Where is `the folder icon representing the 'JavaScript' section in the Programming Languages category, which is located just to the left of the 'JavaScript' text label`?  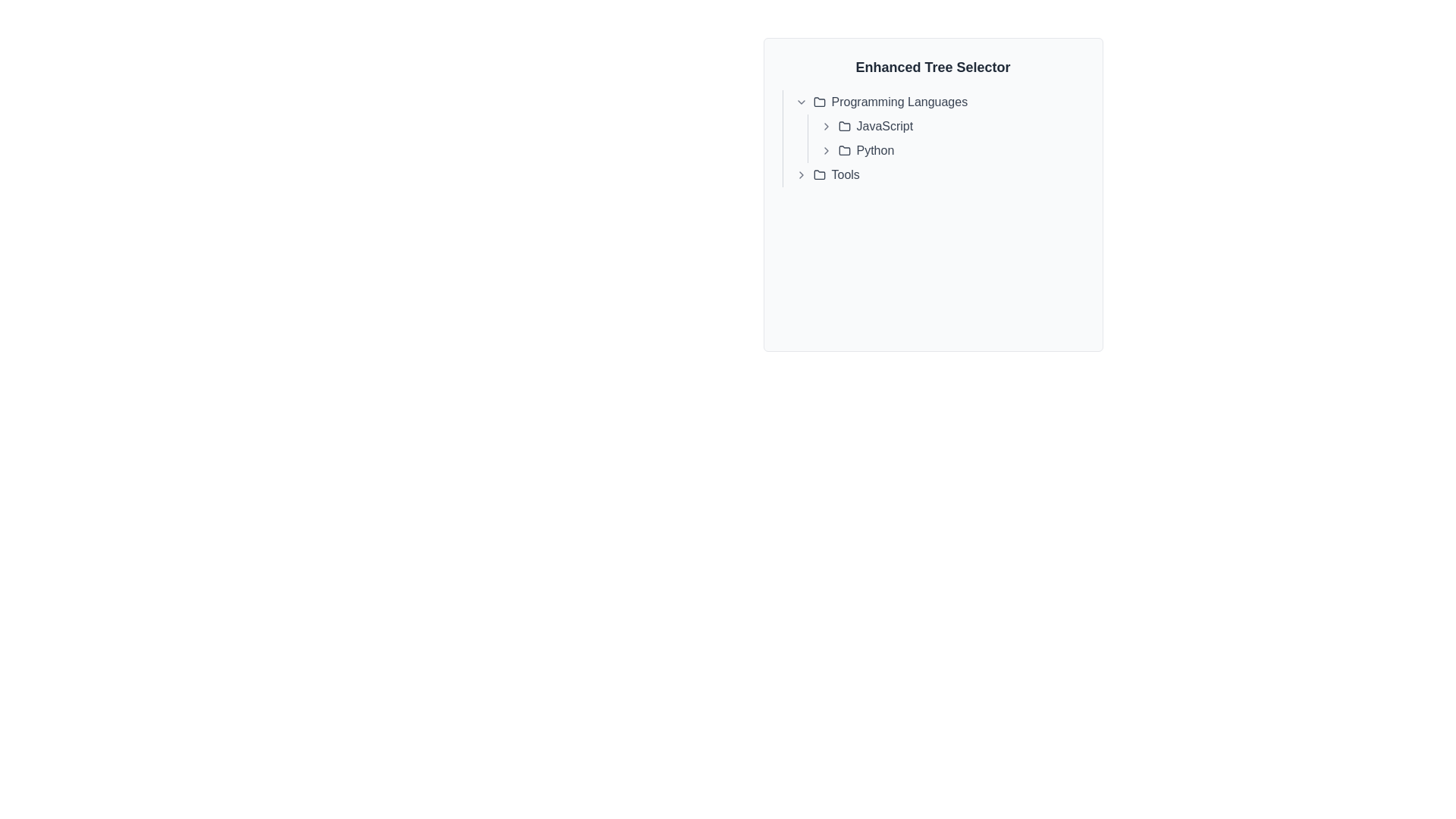
the folder icon representing the 'JavaScript' section in the Programming Languages category, which is located just to the left of the 'JavaScript' text label is located at coordinates (843, 125).